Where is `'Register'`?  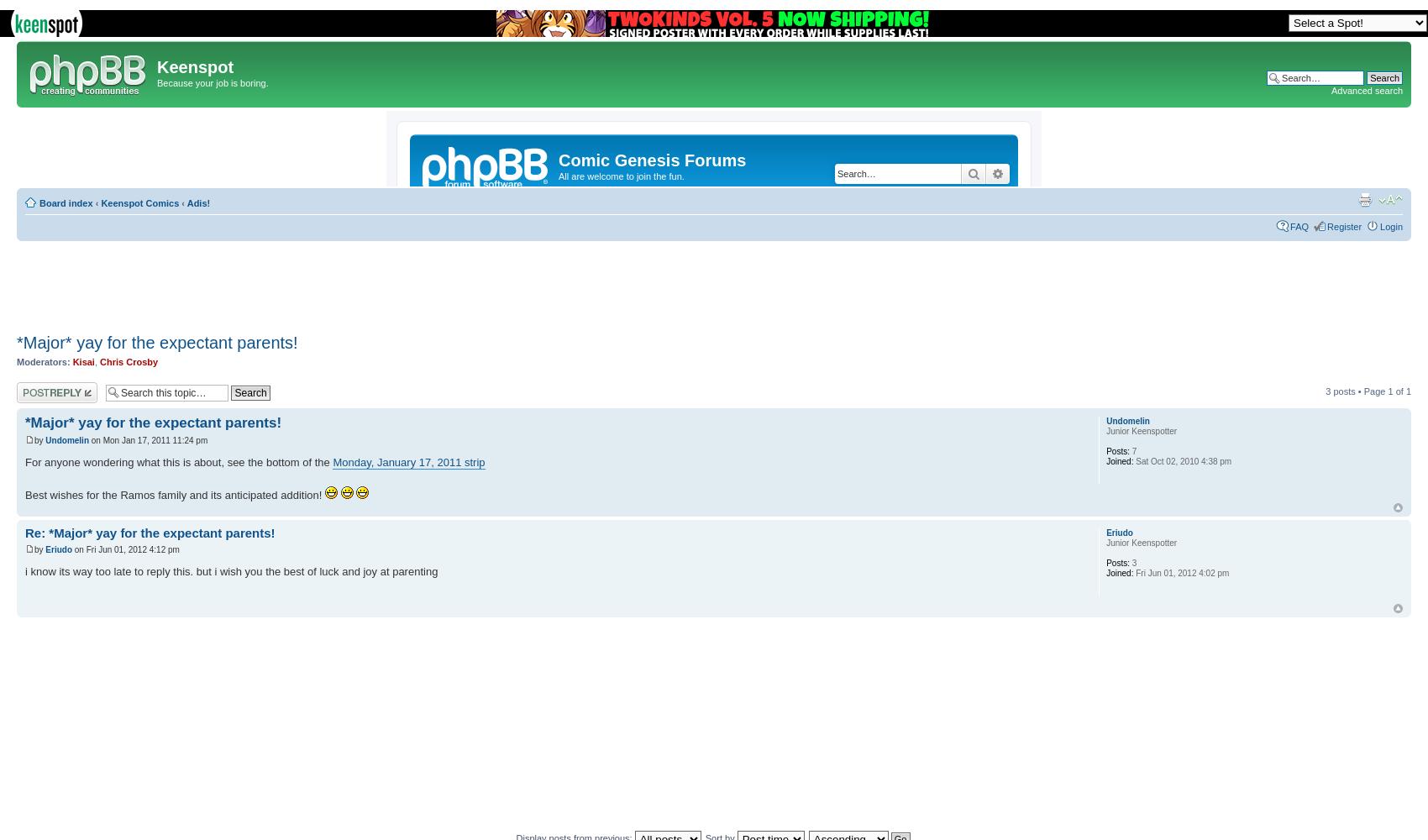
'Register' is located at coordinates (1326, 226).